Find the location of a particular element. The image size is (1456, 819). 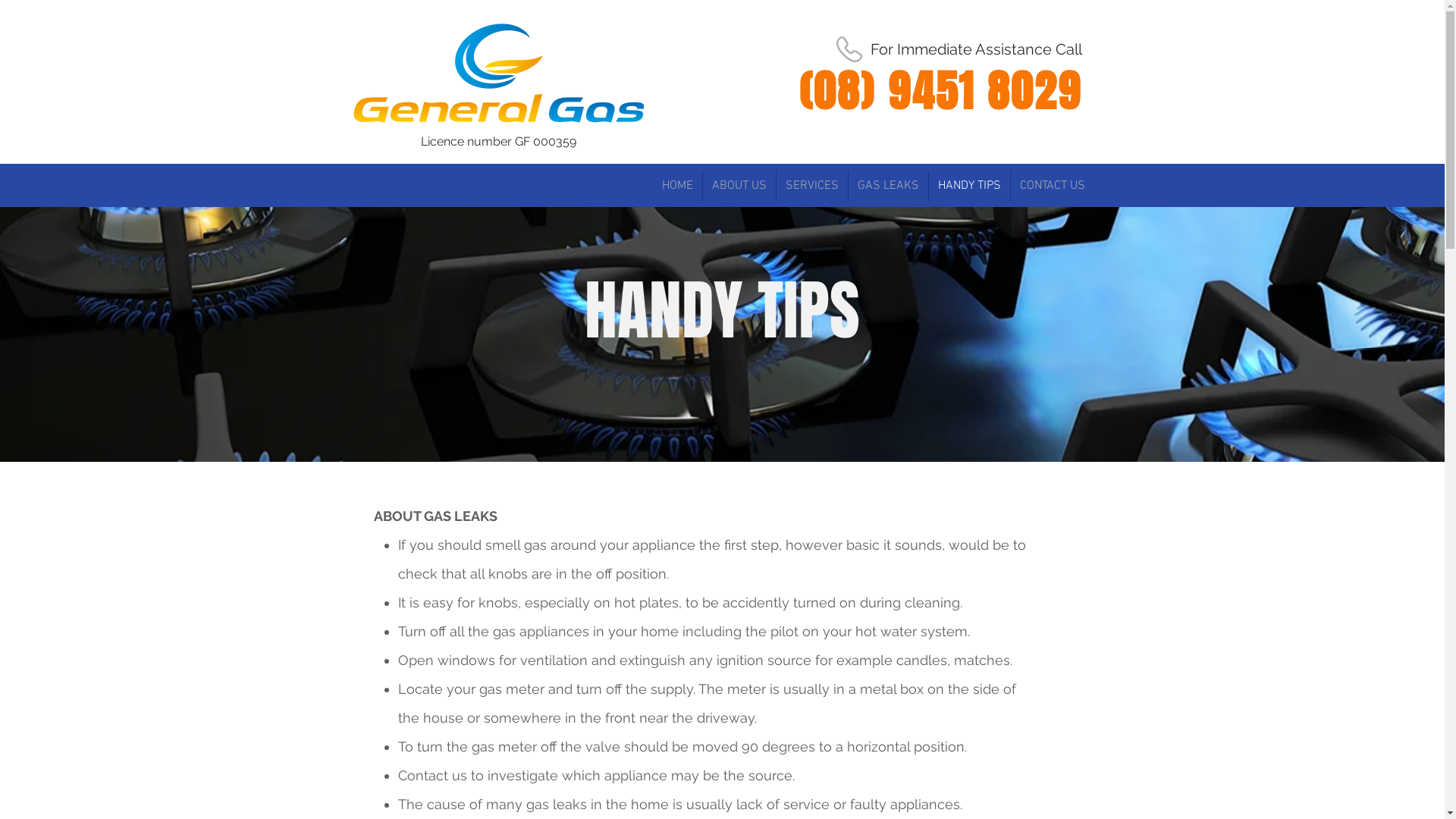

'SERVICES' is located at coordinates (811, 185).